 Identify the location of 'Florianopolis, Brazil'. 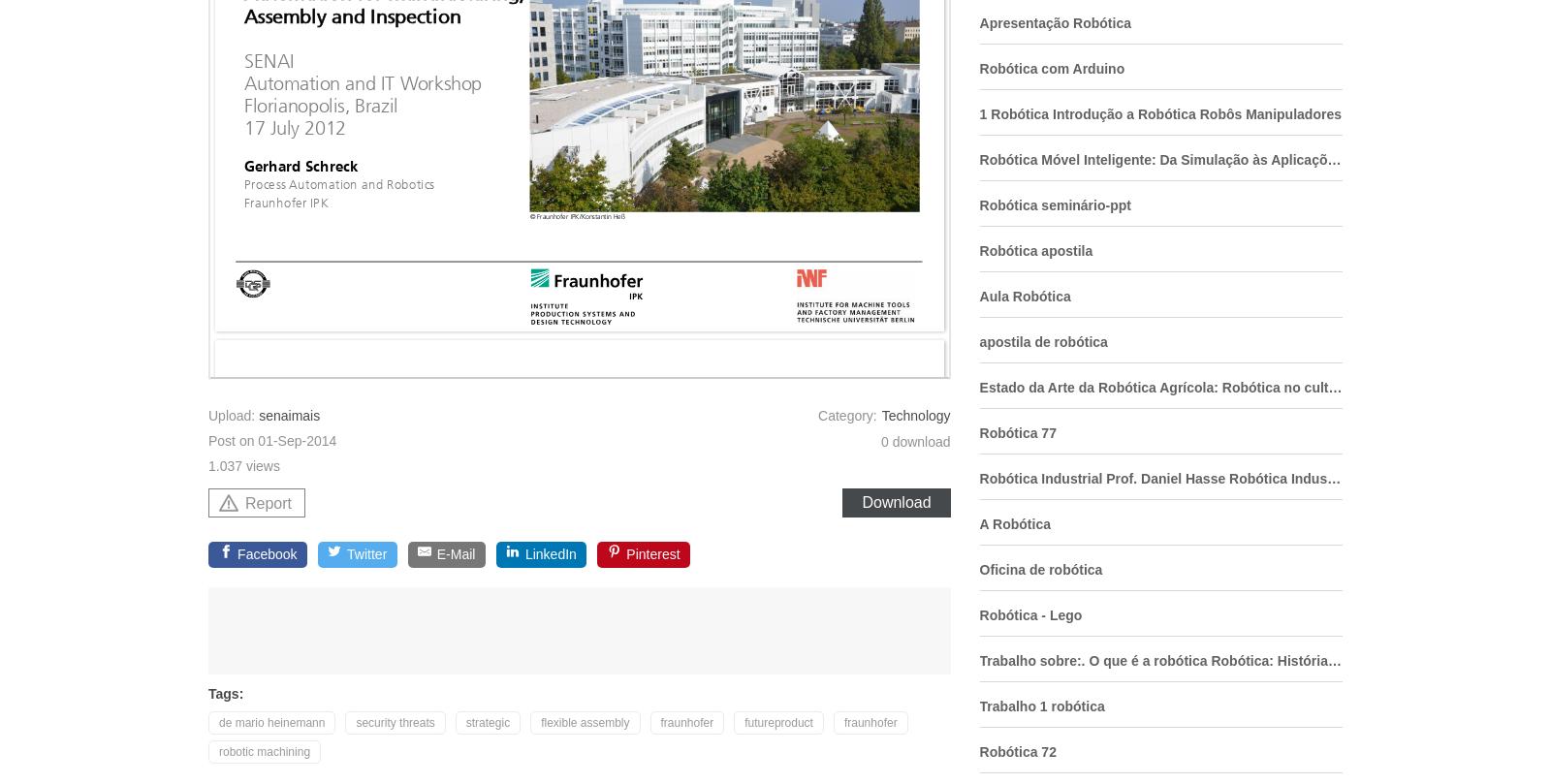
(323, 105).